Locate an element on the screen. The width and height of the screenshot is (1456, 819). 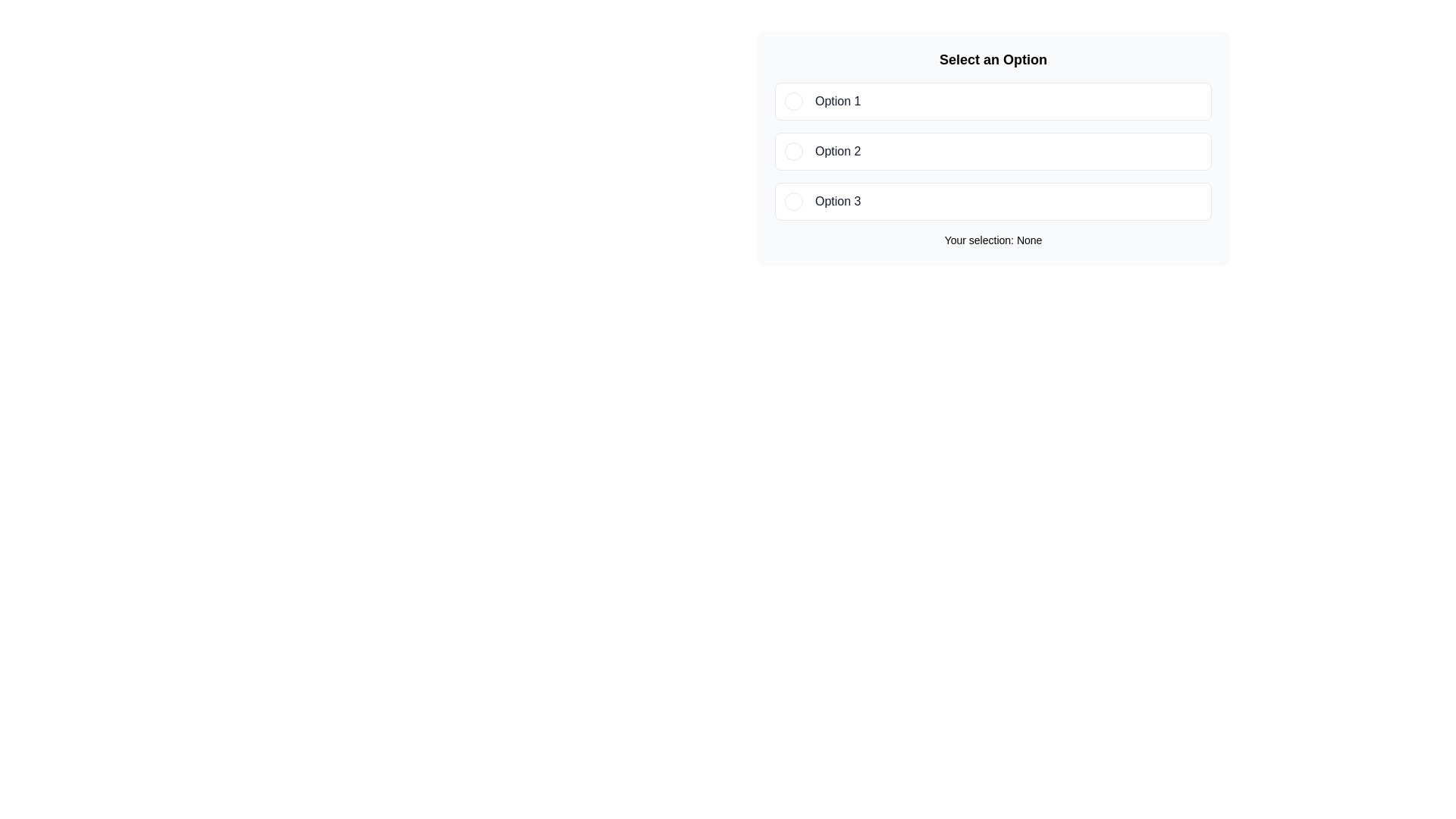
the second selectable item in the 'Select an Option' list is located at coordinates (993, 152).